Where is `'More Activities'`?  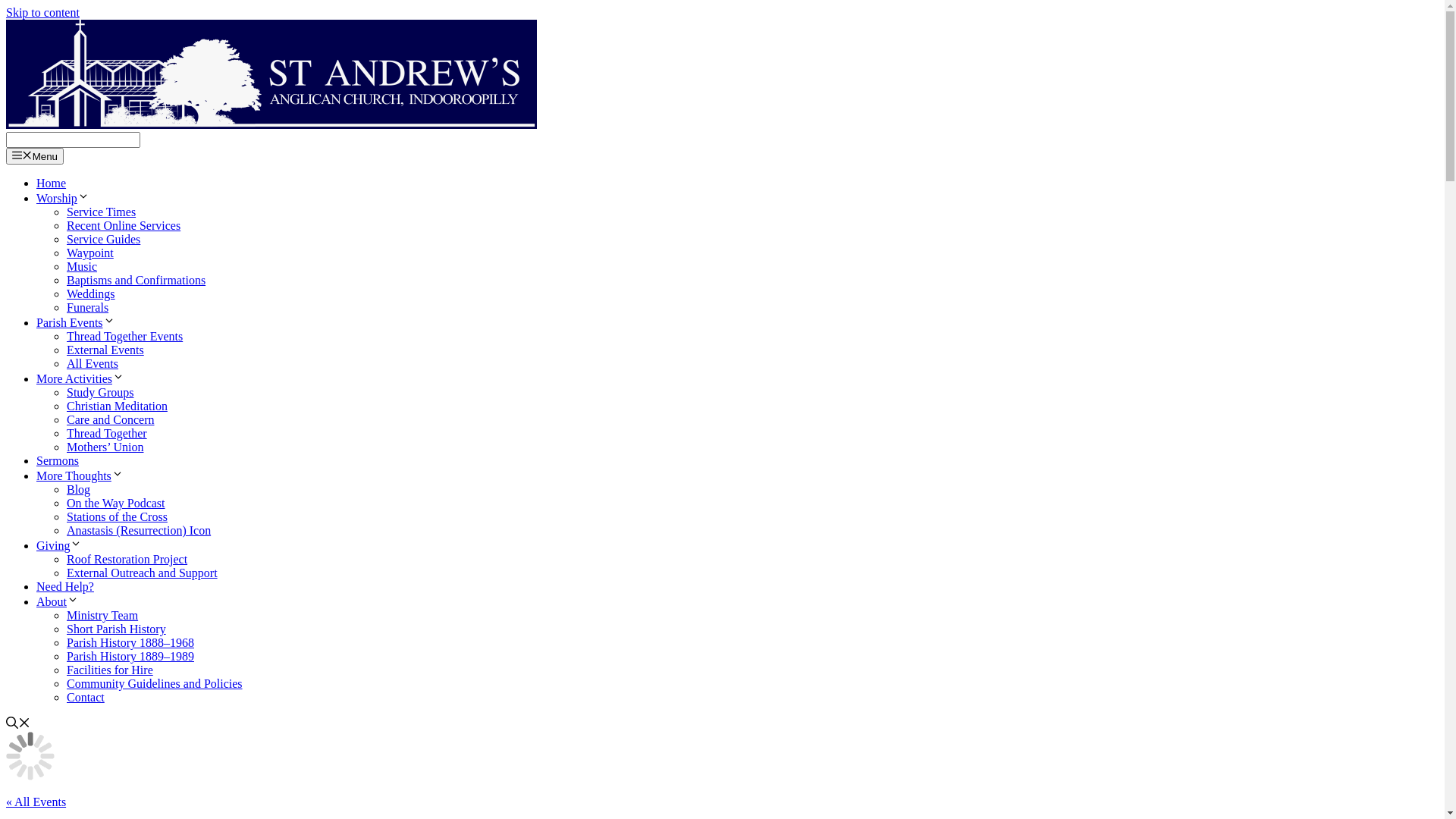 'More Activities' is located at coordinates (79, 378).